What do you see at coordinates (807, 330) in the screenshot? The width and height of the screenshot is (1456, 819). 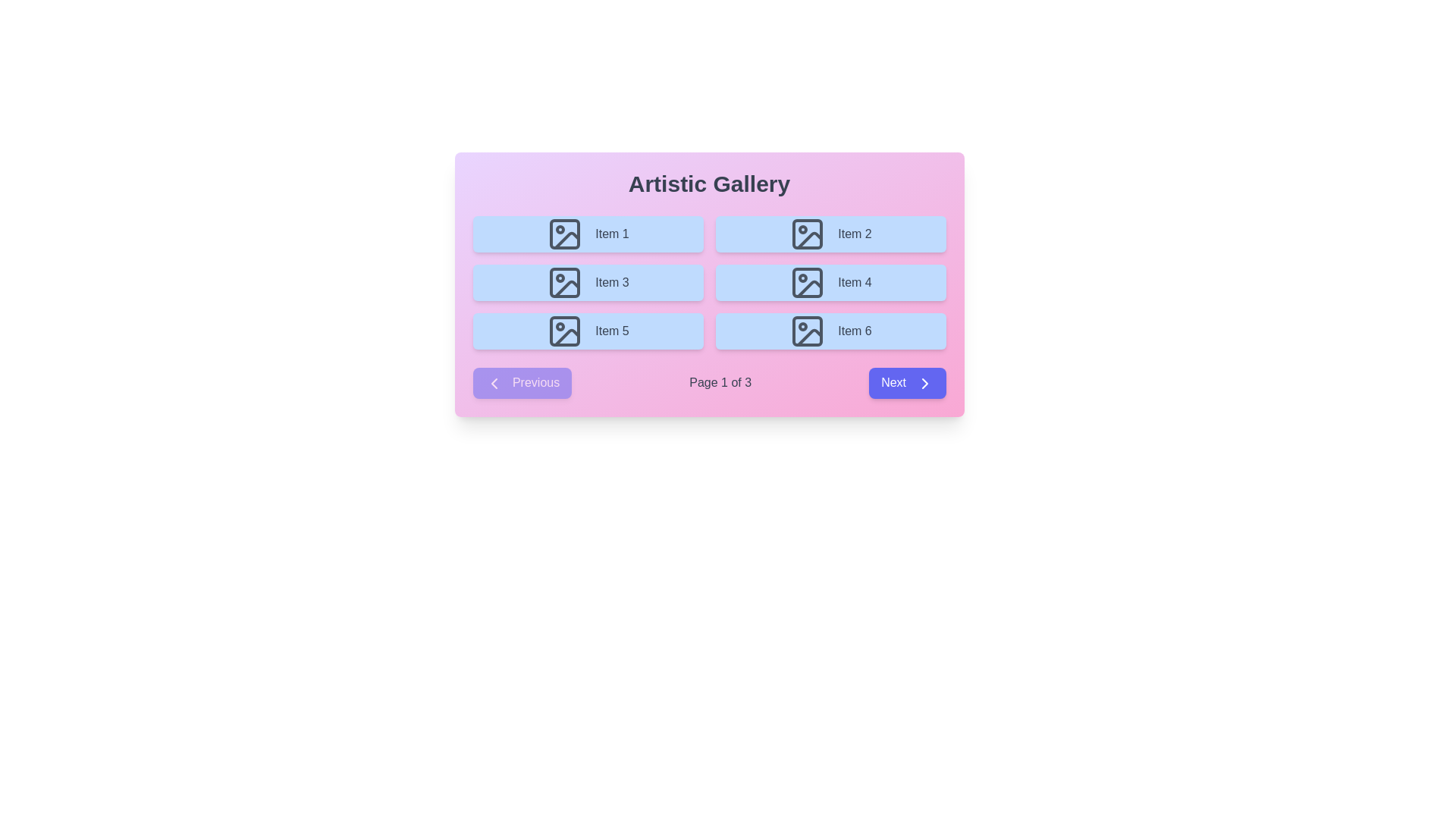 I see `the gray icon resembling an image symbol located inside the button for 'Item 6' in the 'Artistic Gallery' section` at bounding box center [807, 330].